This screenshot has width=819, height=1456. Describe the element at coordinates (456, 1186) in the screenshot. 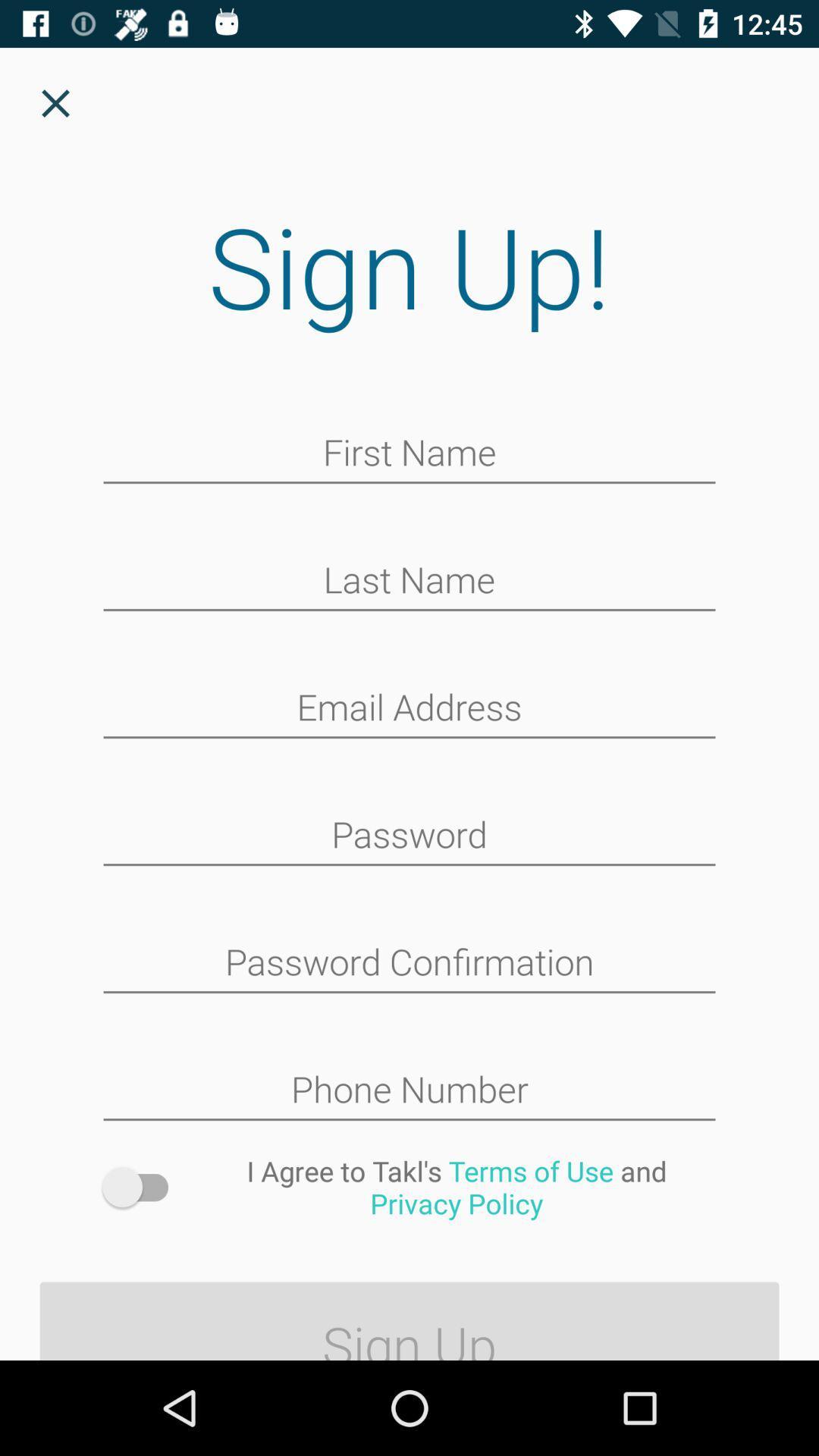

I see `the icon above the sign up icon` at that location.